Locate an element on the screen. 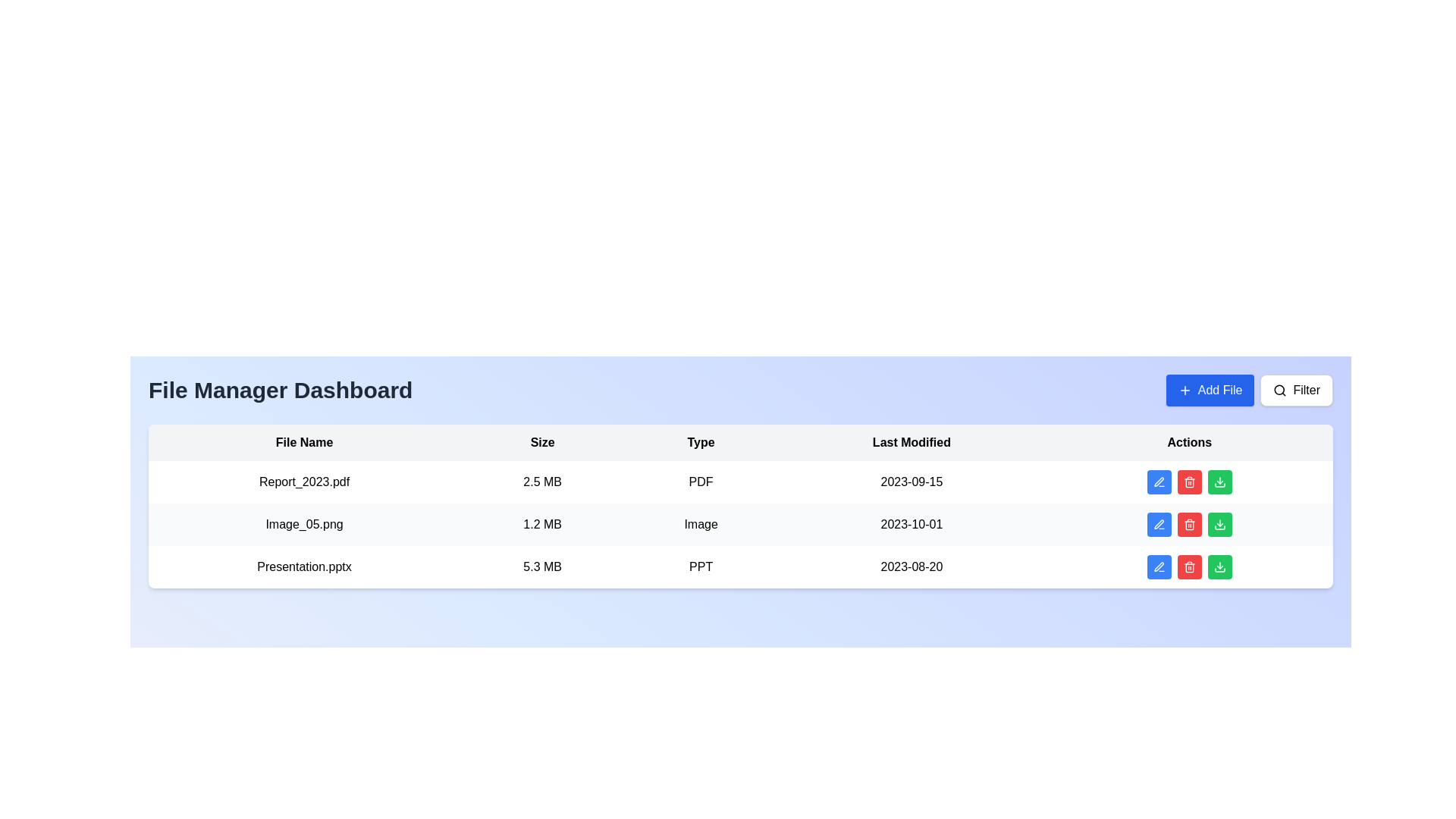  the SVG icon of a plus sign located within the blue 'Add File' button to invoke the functionality of adding a file is located at coordinates (1184, 390).